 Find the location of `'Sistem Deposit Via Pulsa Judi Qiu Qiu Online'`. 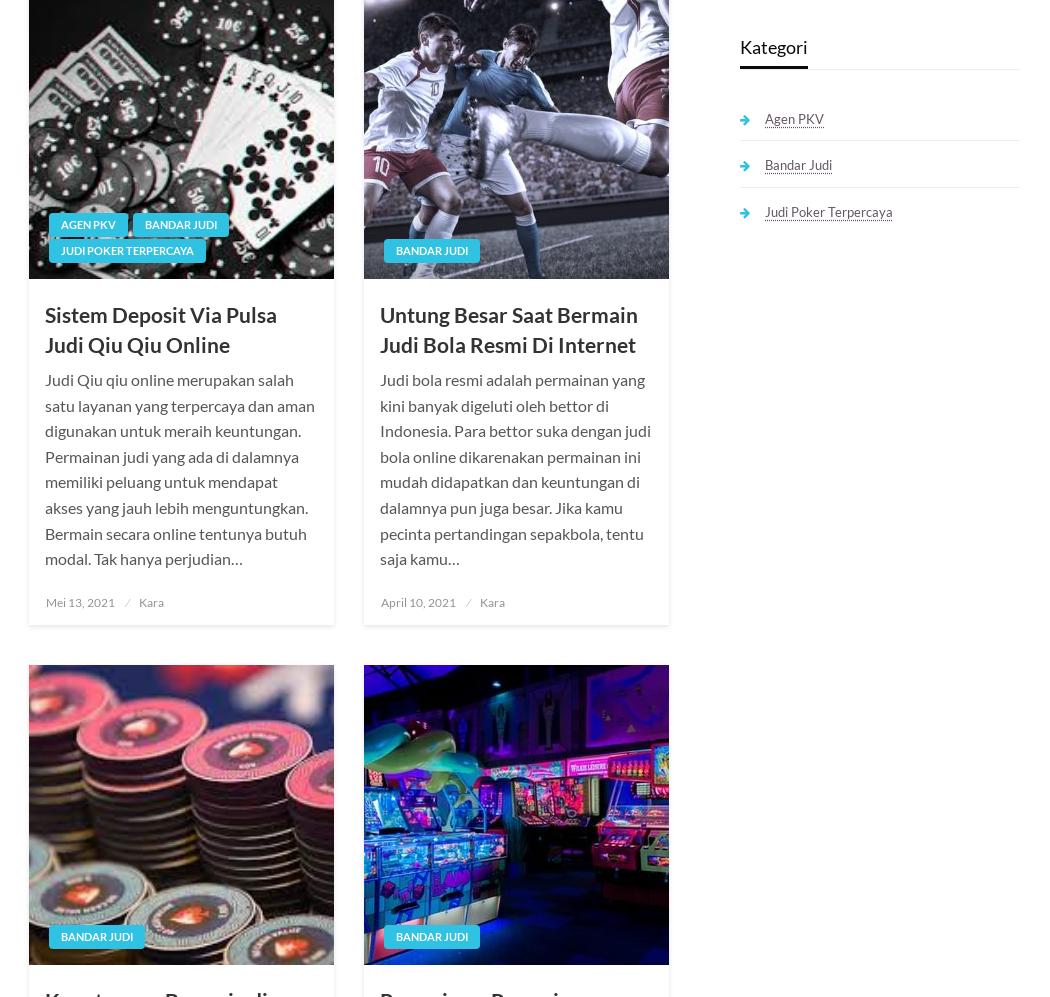

'Sistem Deposit Via Pulsa Judi Qiu Qiu Online' is located at coordinates (160, 328).